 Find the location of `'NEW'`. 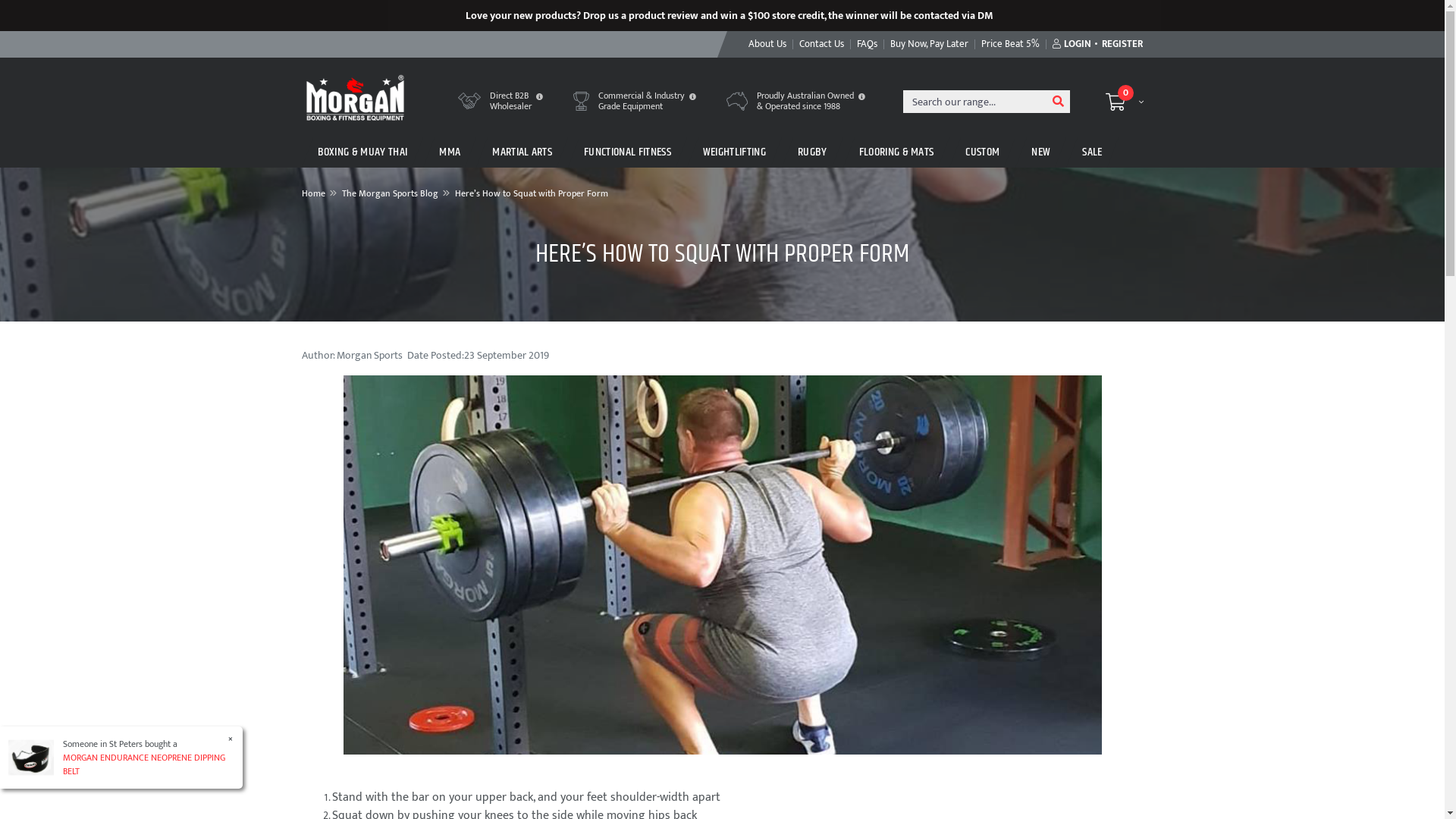

'NEW' is located at coordinates (1040, 152).